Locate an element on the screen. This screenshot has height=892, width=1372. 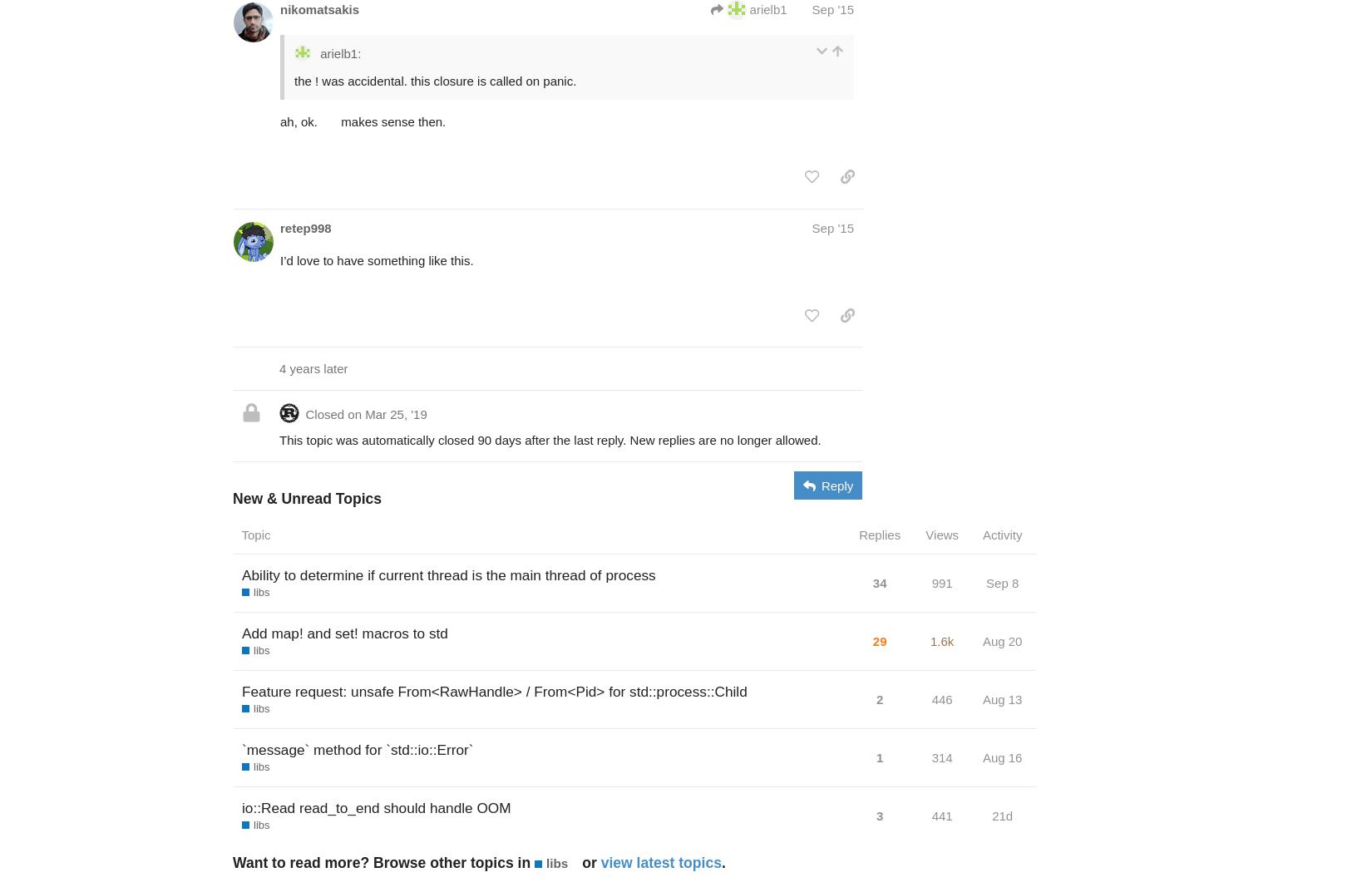
'on Mar 25, '19' is located at coordinates (386, 412).